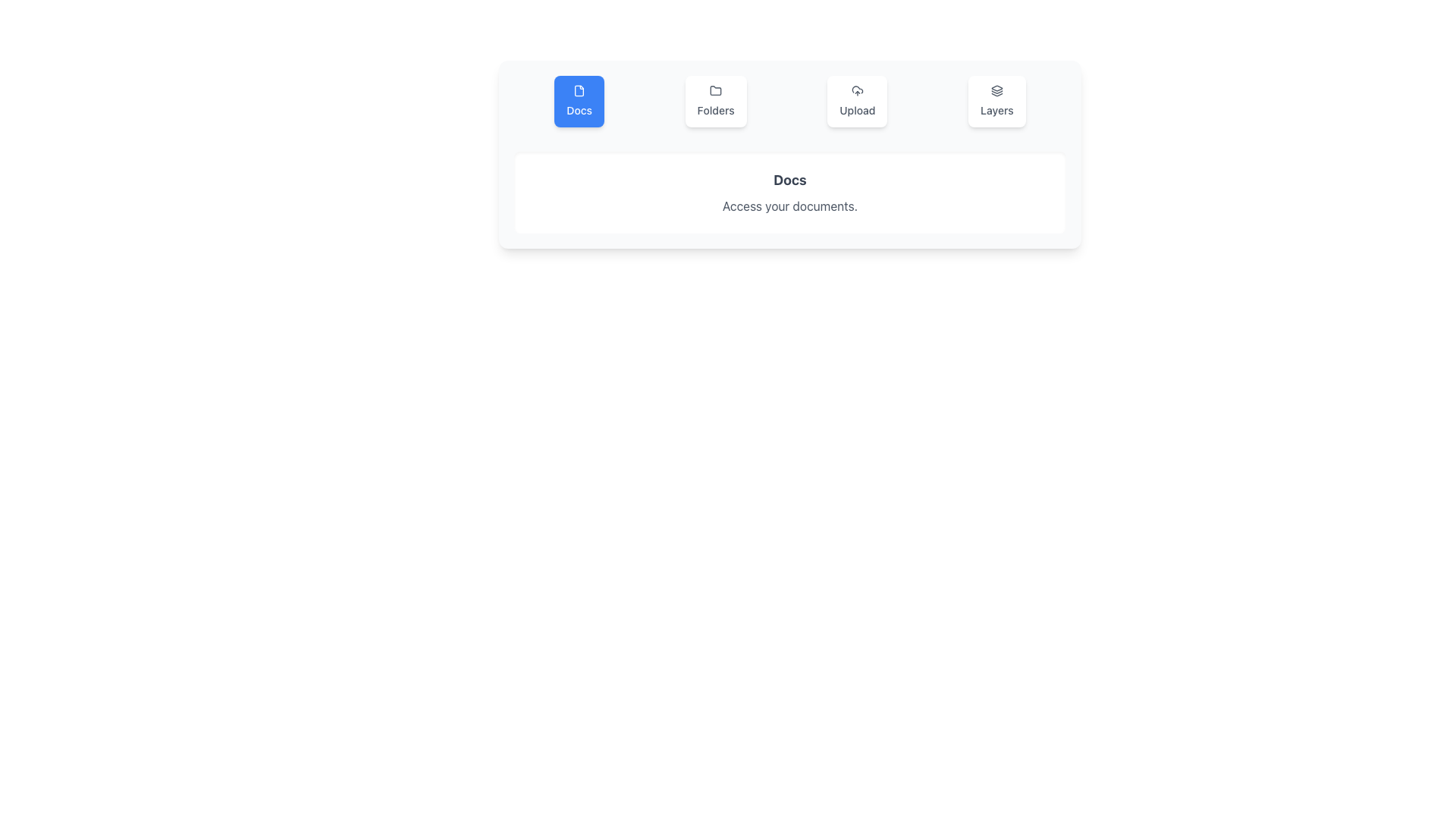 The image size is (1456, 819). I want to click on the icon resembling stacked layers located at the top of the 'Layers' button, which is the fourth button in the row of options, so click(996, 90).